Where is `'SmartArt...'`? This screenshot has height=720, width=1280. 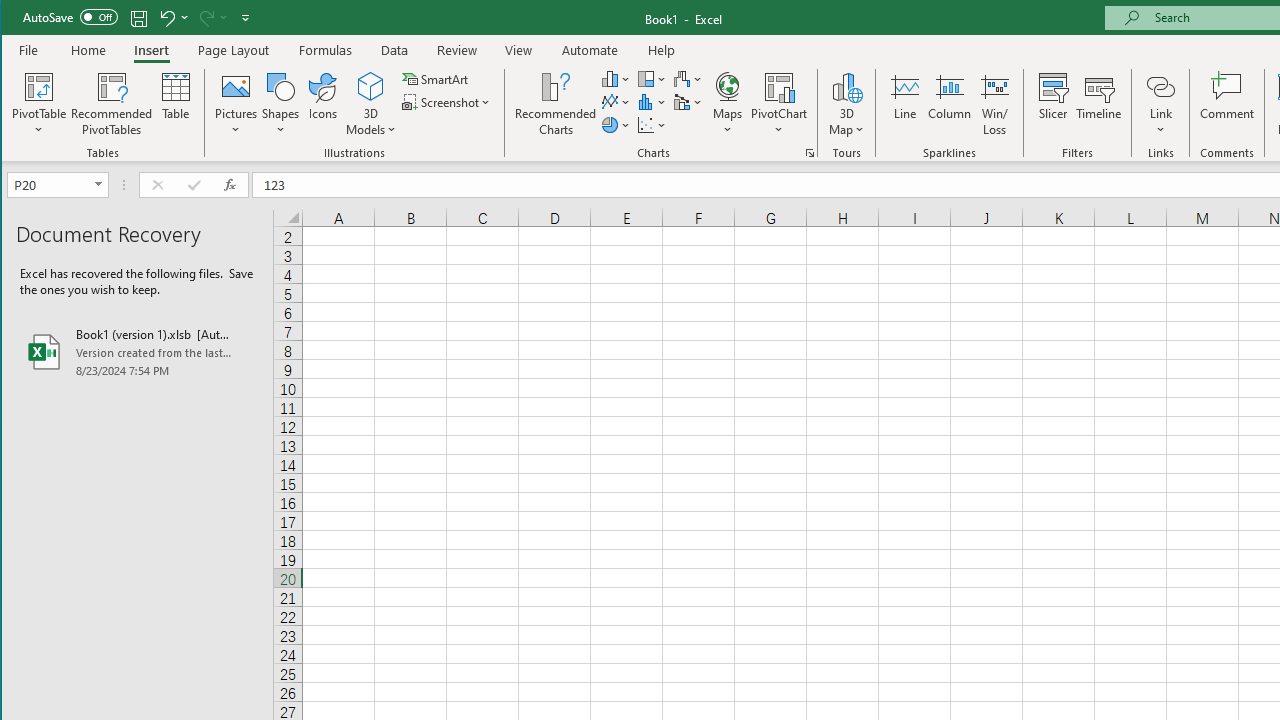
'SmartArt...' is located at coordinates (436, 78).